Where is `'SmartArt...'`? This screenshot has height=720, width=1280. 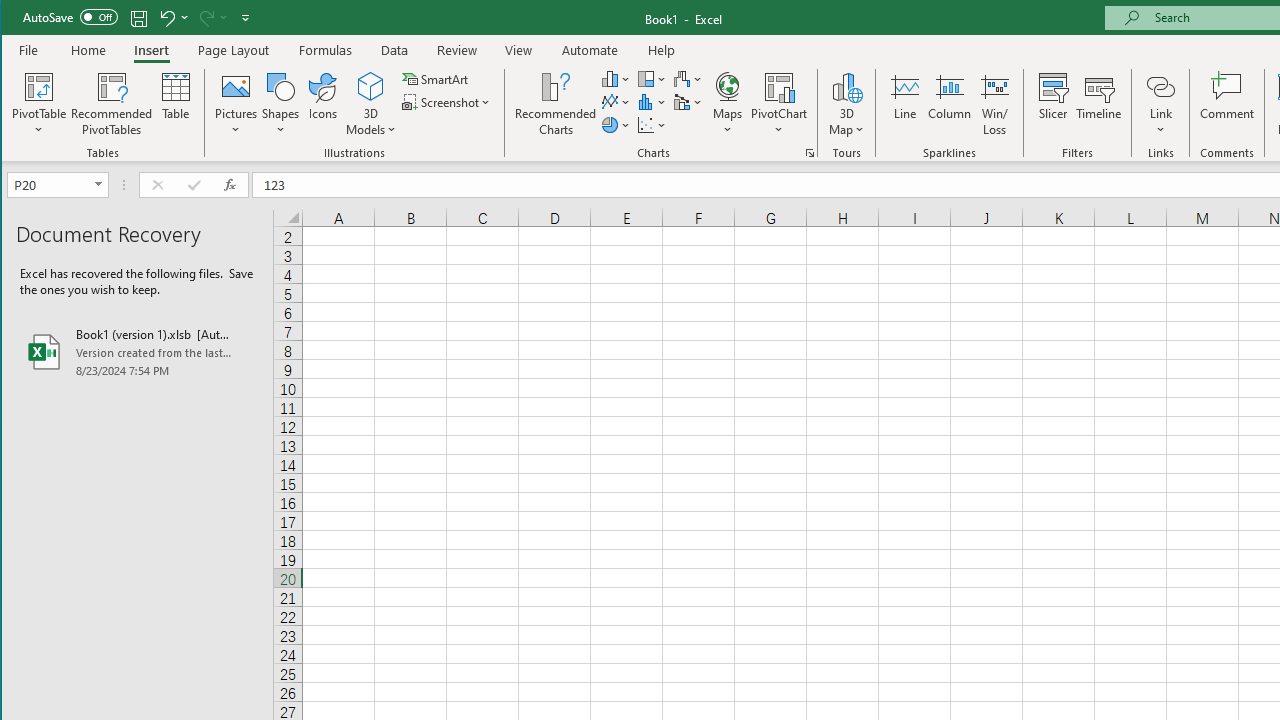
'SmartArt...' is located at coordinates (436, 78).